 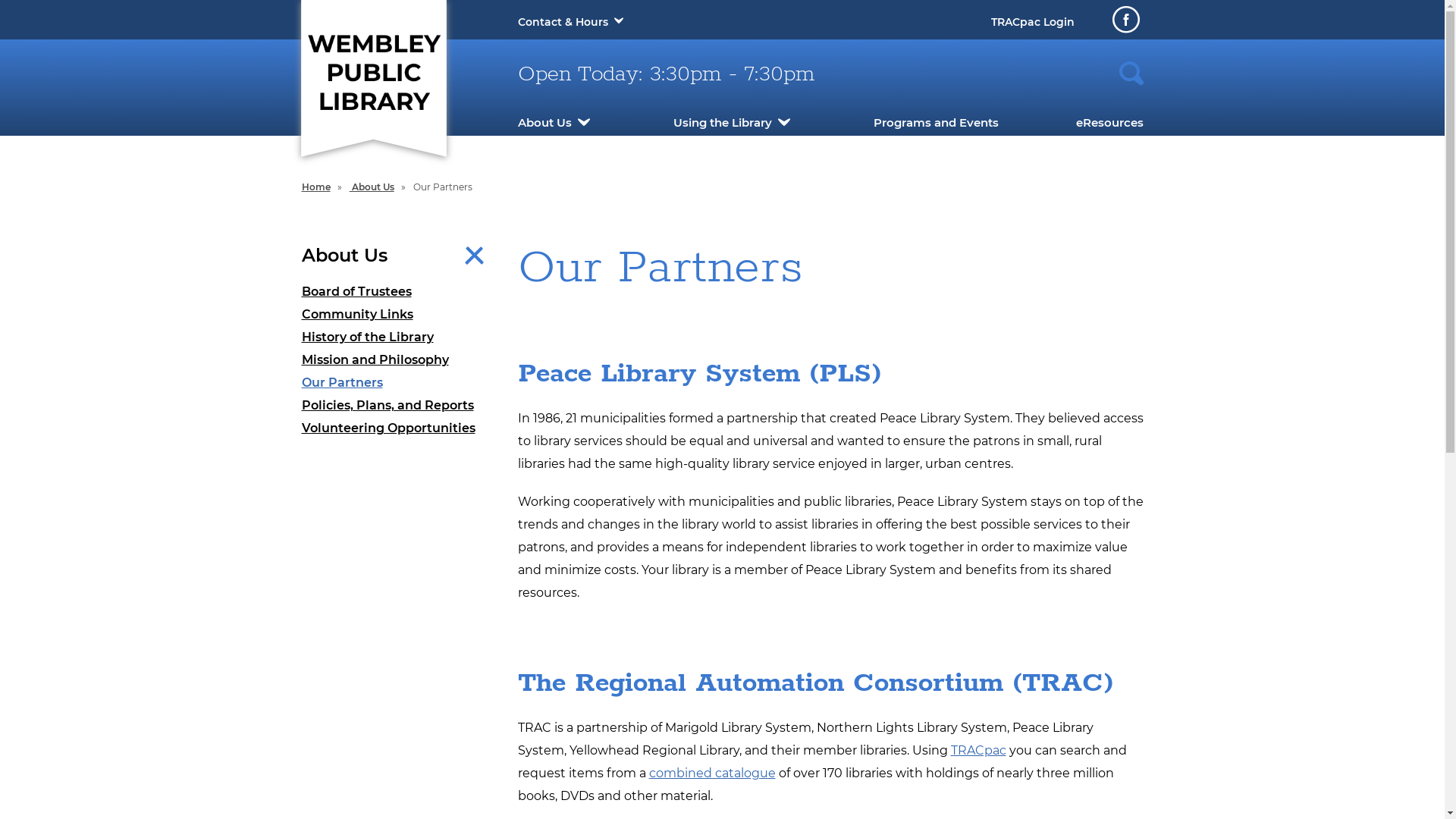 What do you see at coordinates (398, 405) in the screenshot?
I see `'Policies, Plans, and Reports'` at bounding box center [398, 405].